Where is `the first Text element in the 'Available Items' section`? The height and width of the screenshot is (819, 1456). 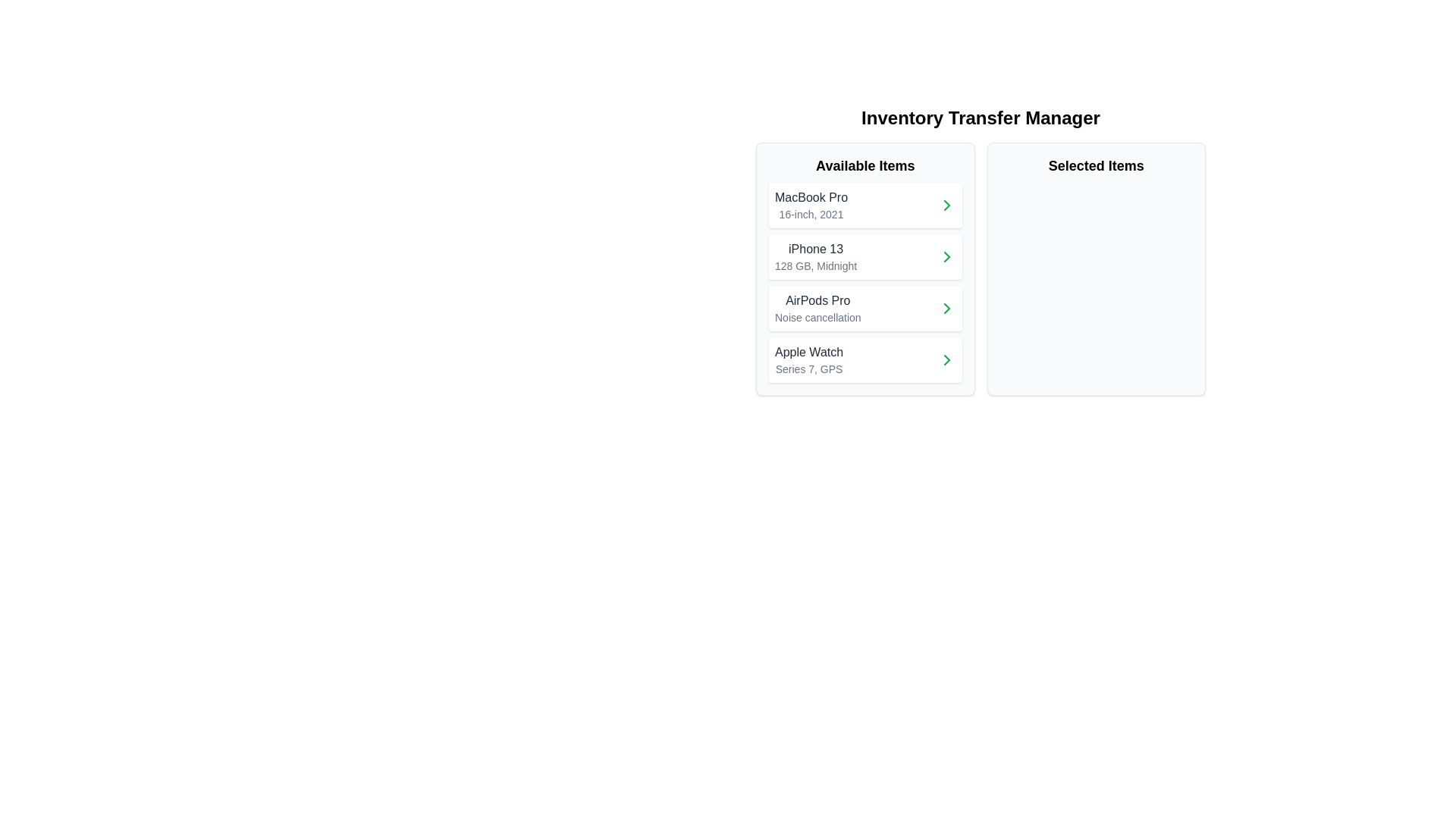
the first Text element in the 'Available Items' section is located at coordinates (811, 205).